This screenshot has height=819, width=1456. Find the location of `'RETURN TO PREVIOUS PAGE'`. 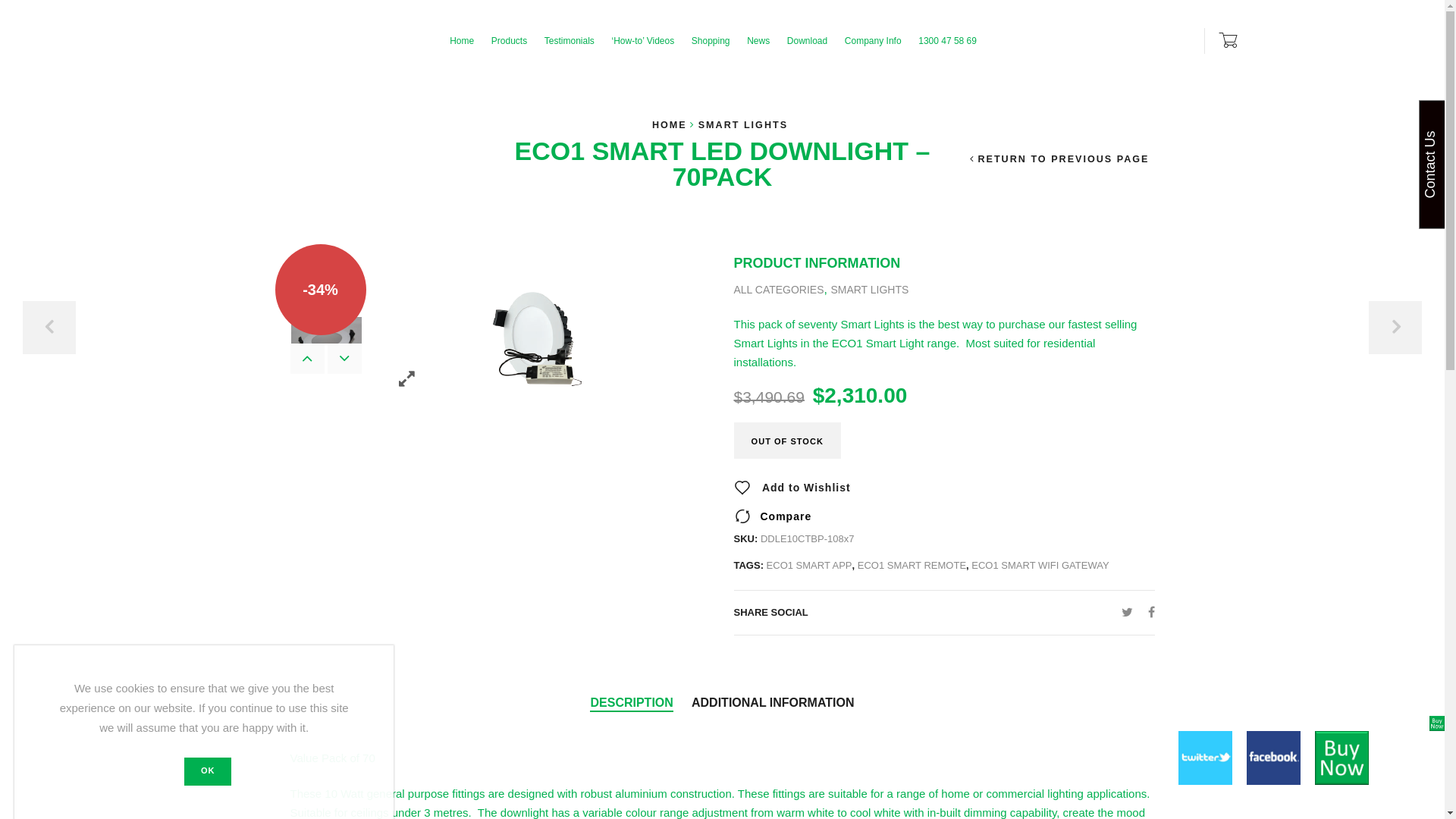

'RETURN TO PREVIOUS PAGE' is located at coordinates (1059, 159).